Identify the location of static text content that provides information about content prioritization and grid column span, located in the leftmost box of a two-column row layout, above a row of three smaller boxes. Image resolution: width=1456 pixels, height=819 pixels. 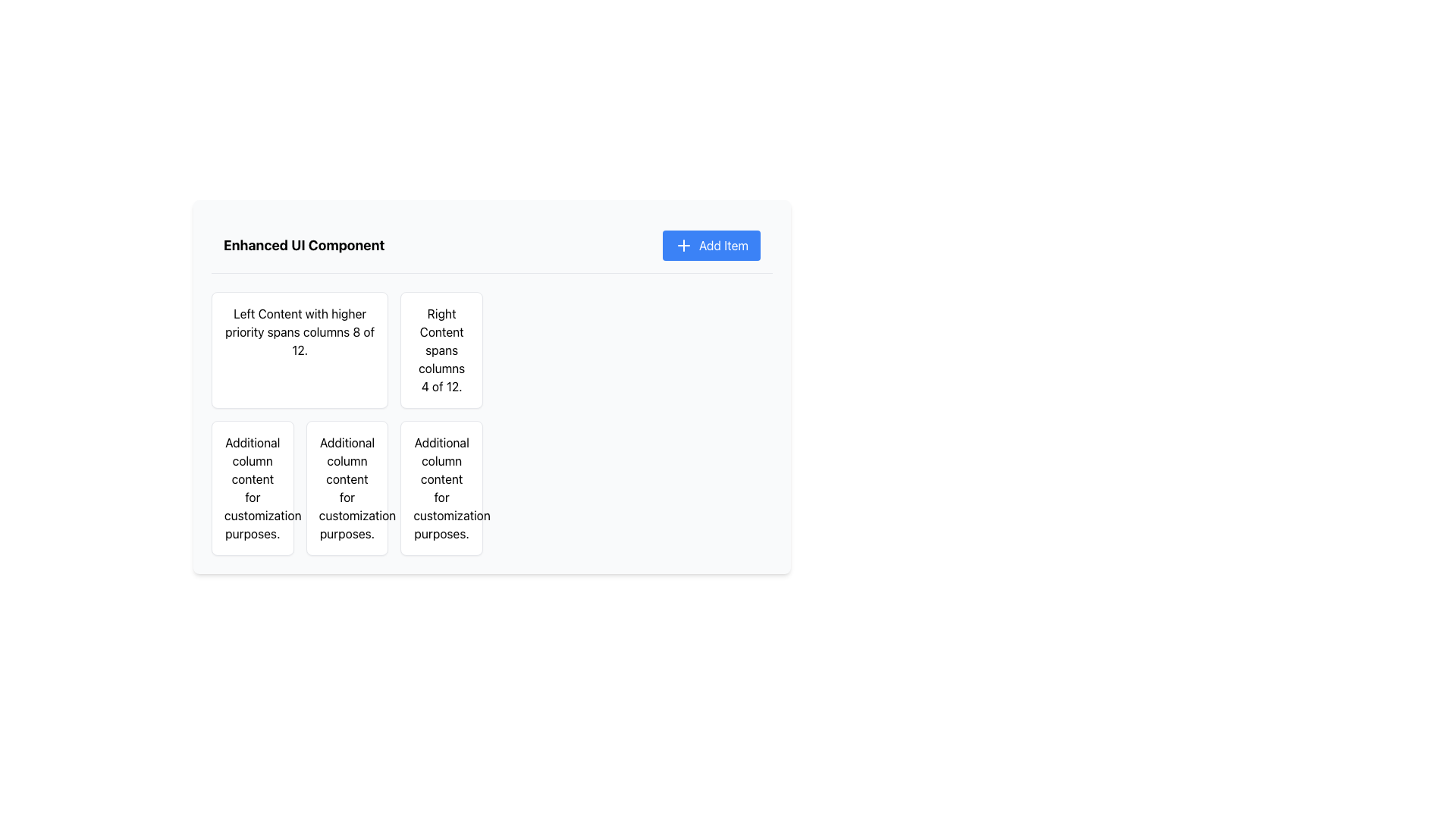
(300, 331).